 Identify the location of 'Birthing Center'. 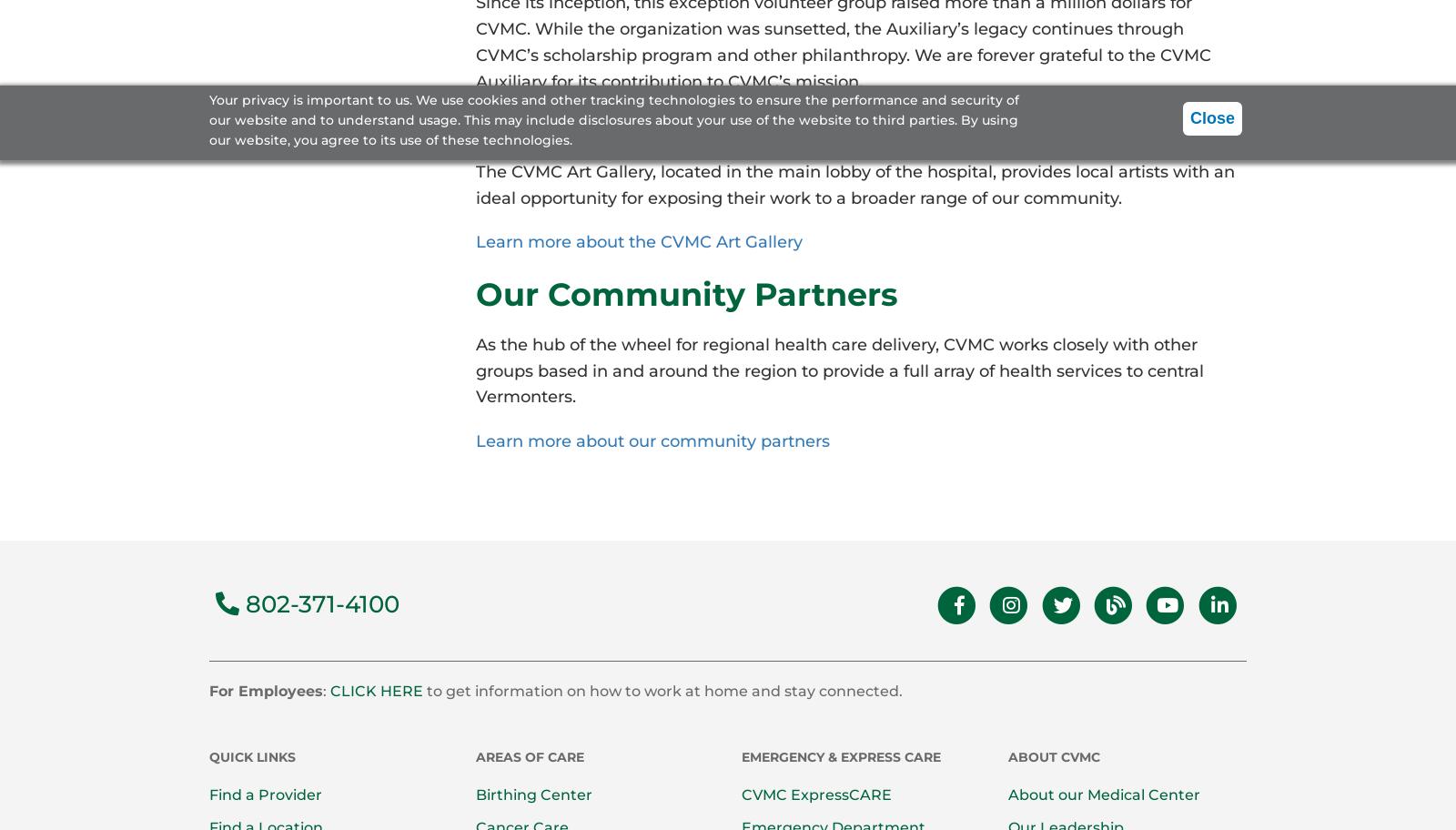
(531, 795).